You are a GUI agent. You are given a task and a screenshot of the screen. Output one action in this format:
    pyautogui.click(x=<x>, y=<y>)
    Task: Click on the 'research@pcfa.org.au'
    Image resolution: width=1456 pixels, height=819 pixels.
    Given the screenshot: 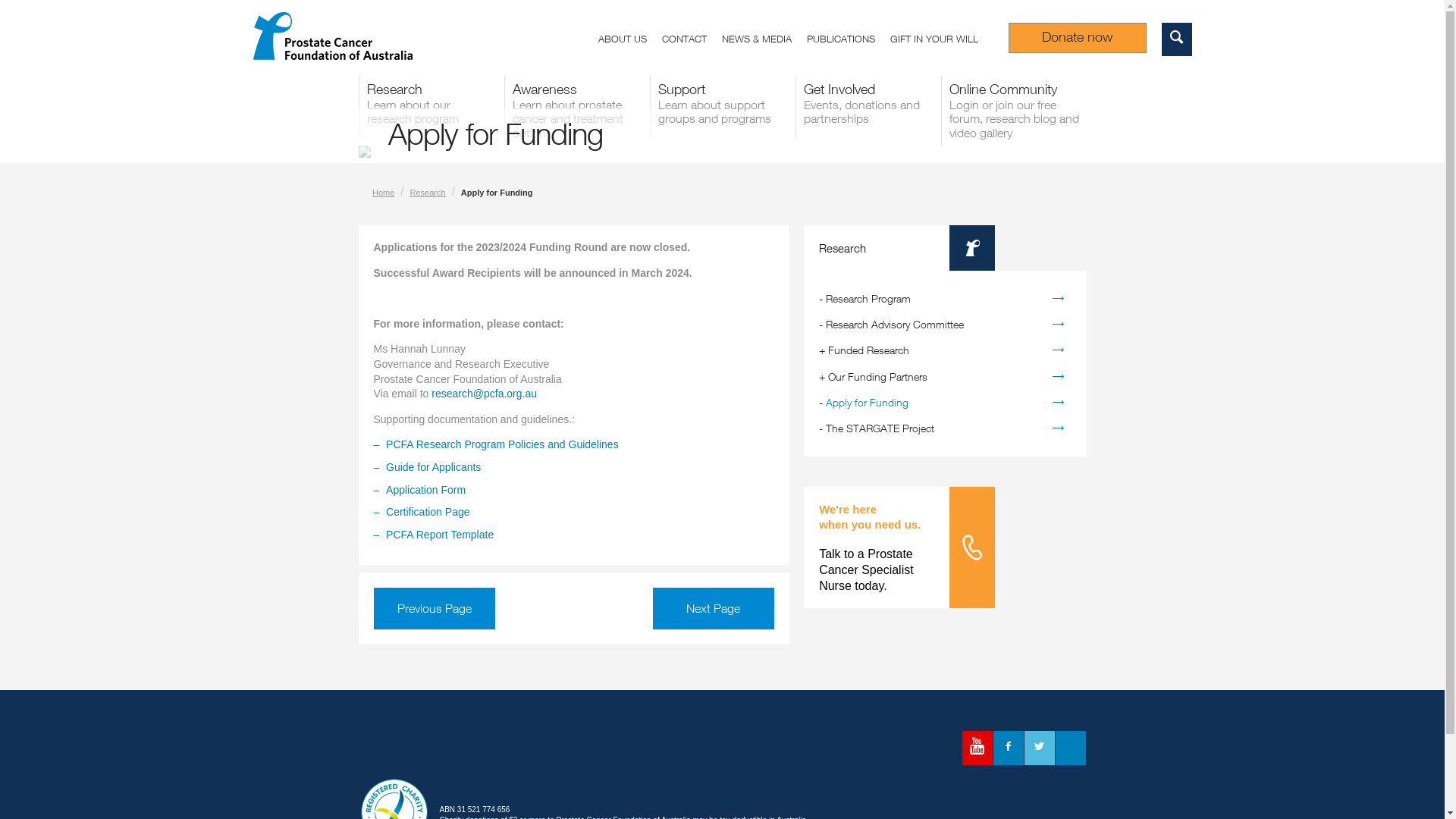 What is the action you would take?
    pyautogui.click(x=483, y=393)
    